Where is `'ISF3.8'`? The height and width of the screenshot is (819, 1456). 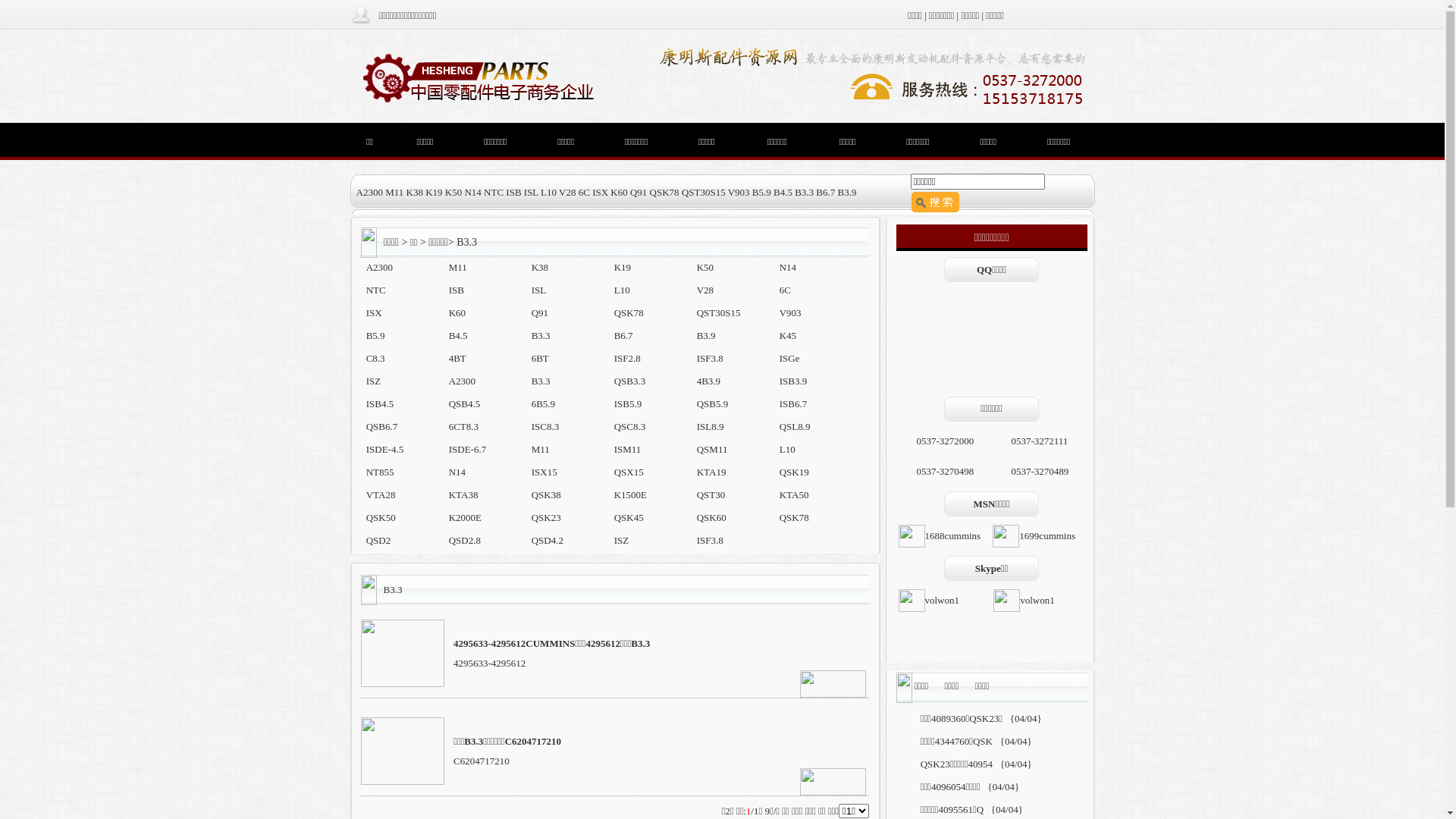 'ISF3.8' is located at coordinates (709, 539).